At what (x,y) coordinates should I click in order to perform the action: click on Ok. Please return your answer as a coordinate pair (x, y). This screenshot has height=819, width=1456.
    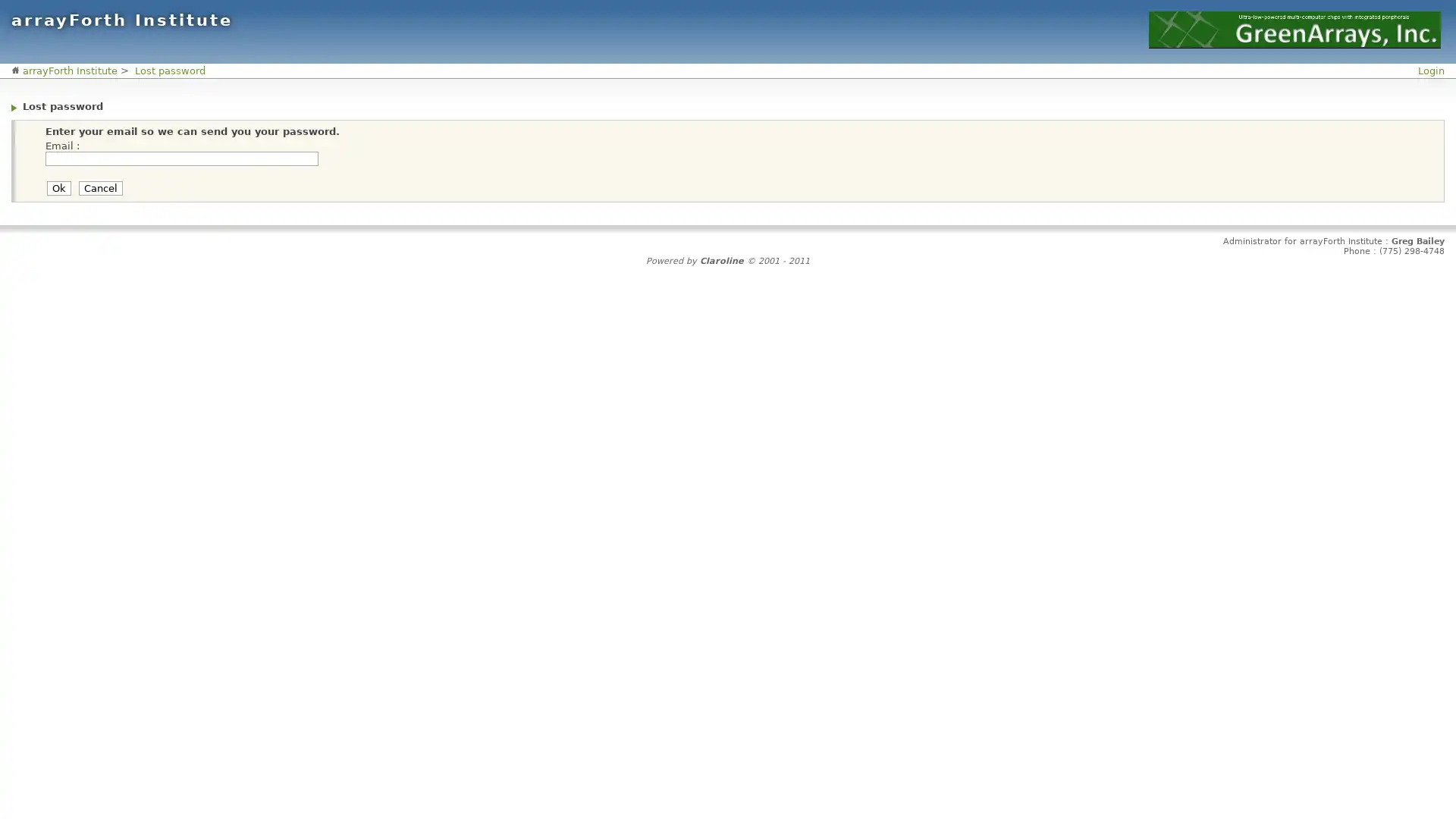
    Looking at the image, I should click on (58, 187).